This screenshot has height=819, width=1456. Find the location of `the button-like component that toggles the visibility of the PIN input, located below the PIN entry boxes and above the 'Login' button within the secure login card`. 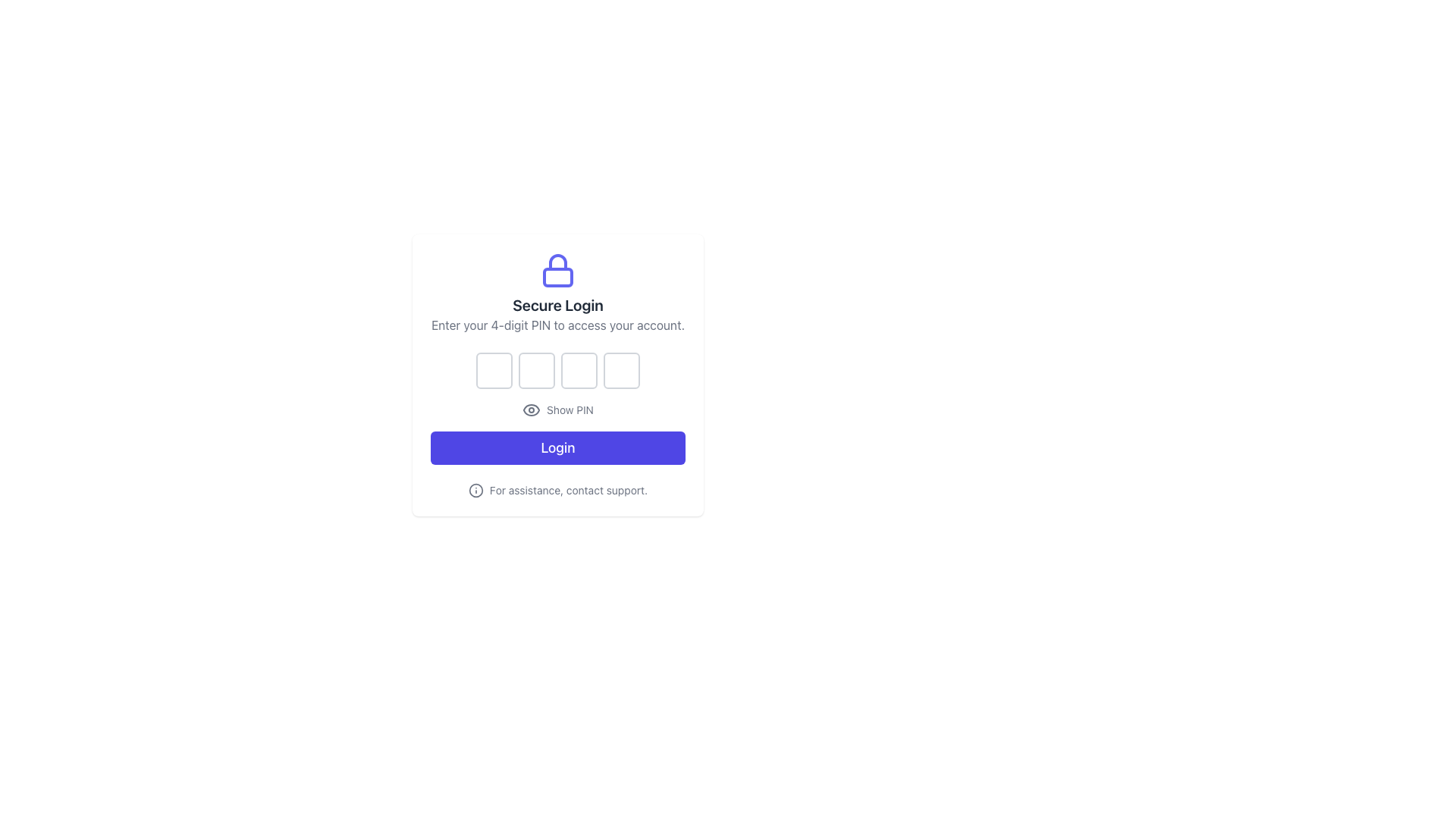

the button-like component that toggles the visibility of the PIN input, located below the PIN entry boxes and above the 'Login' button within the secure login card is located at coordinates (557, 409).